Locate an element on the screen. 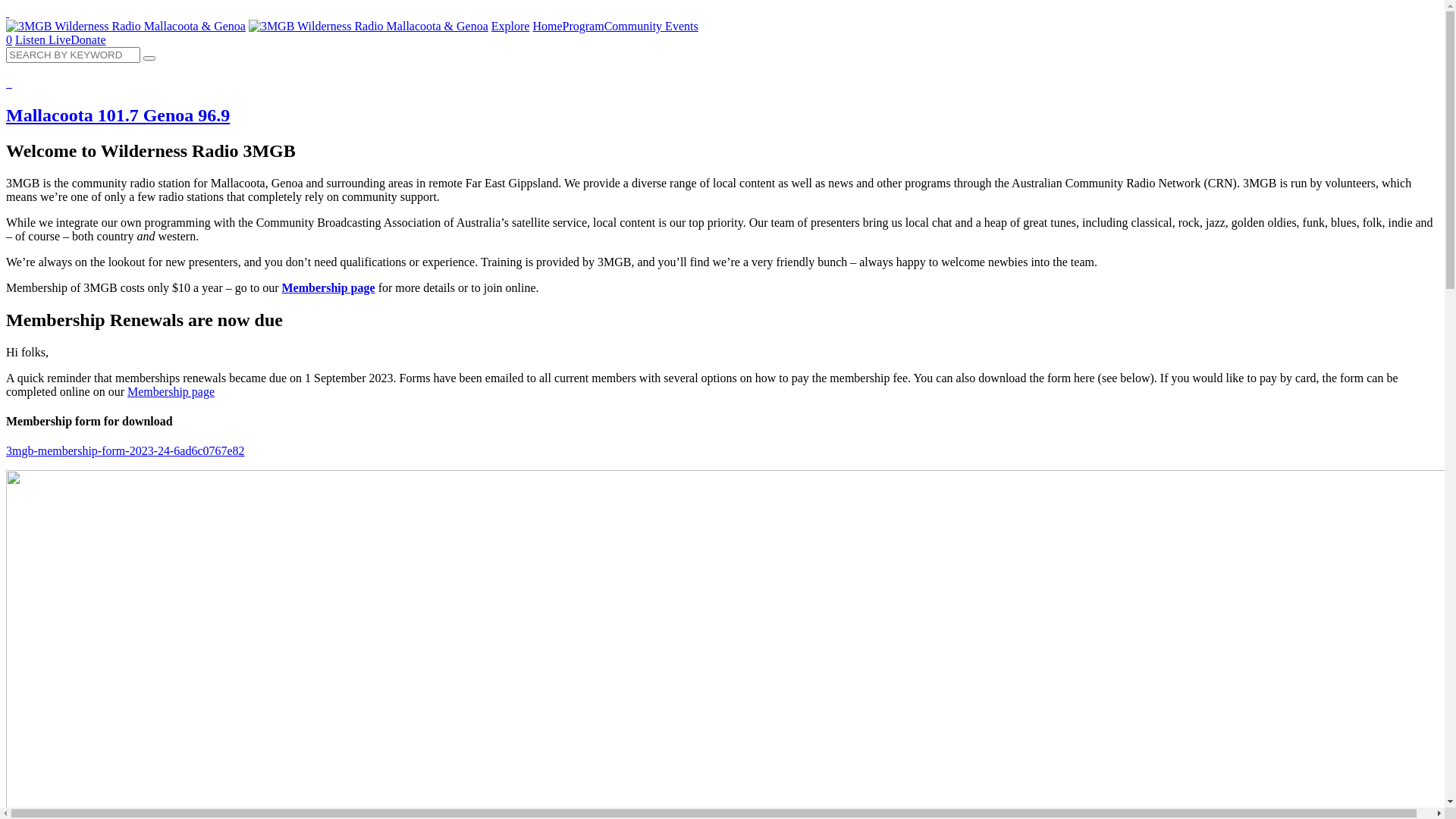  'Explore' is located at coordinates (510, 26).